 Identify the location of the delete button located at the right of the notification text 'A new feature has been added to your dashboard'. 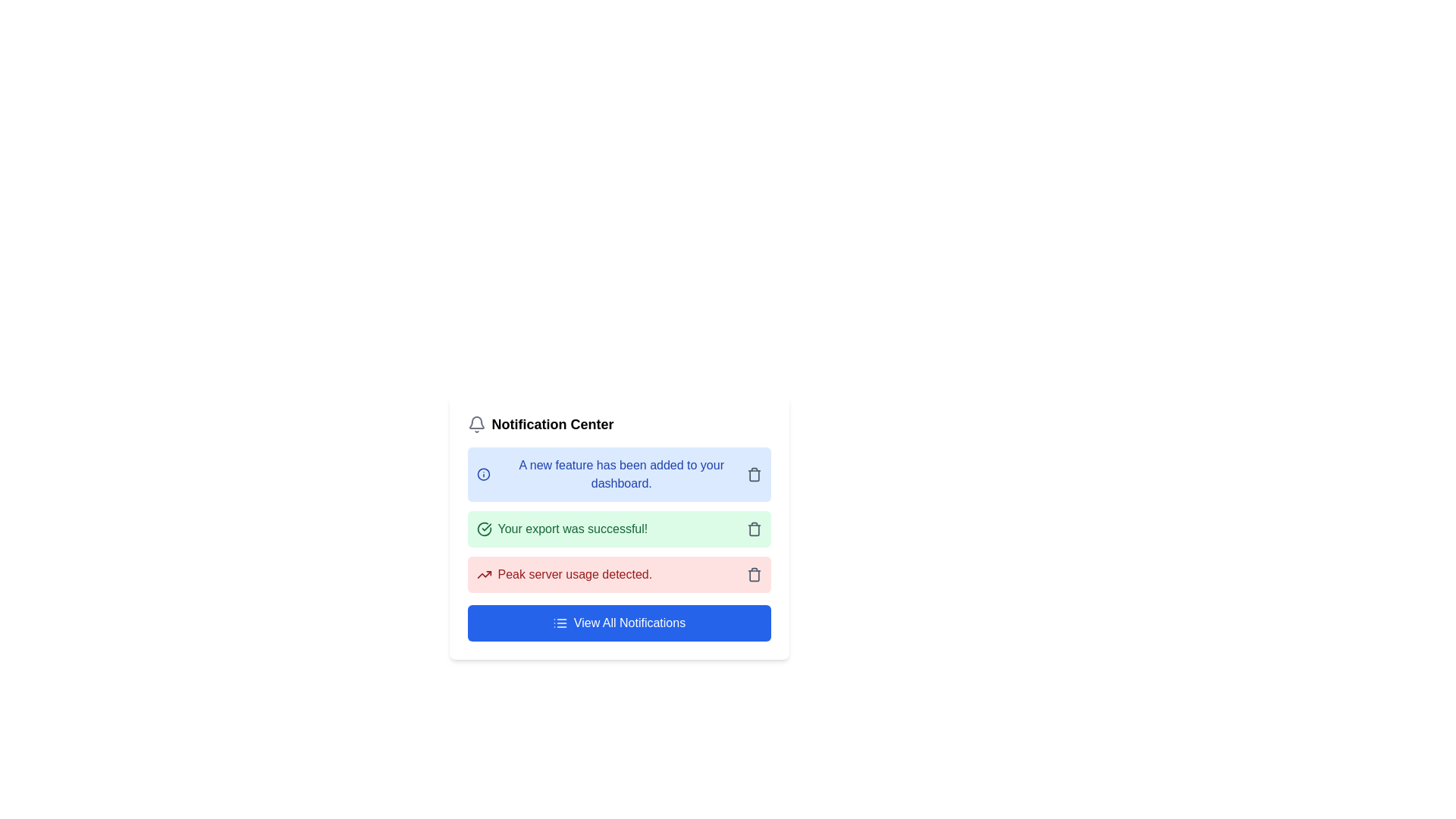
(754, 473).